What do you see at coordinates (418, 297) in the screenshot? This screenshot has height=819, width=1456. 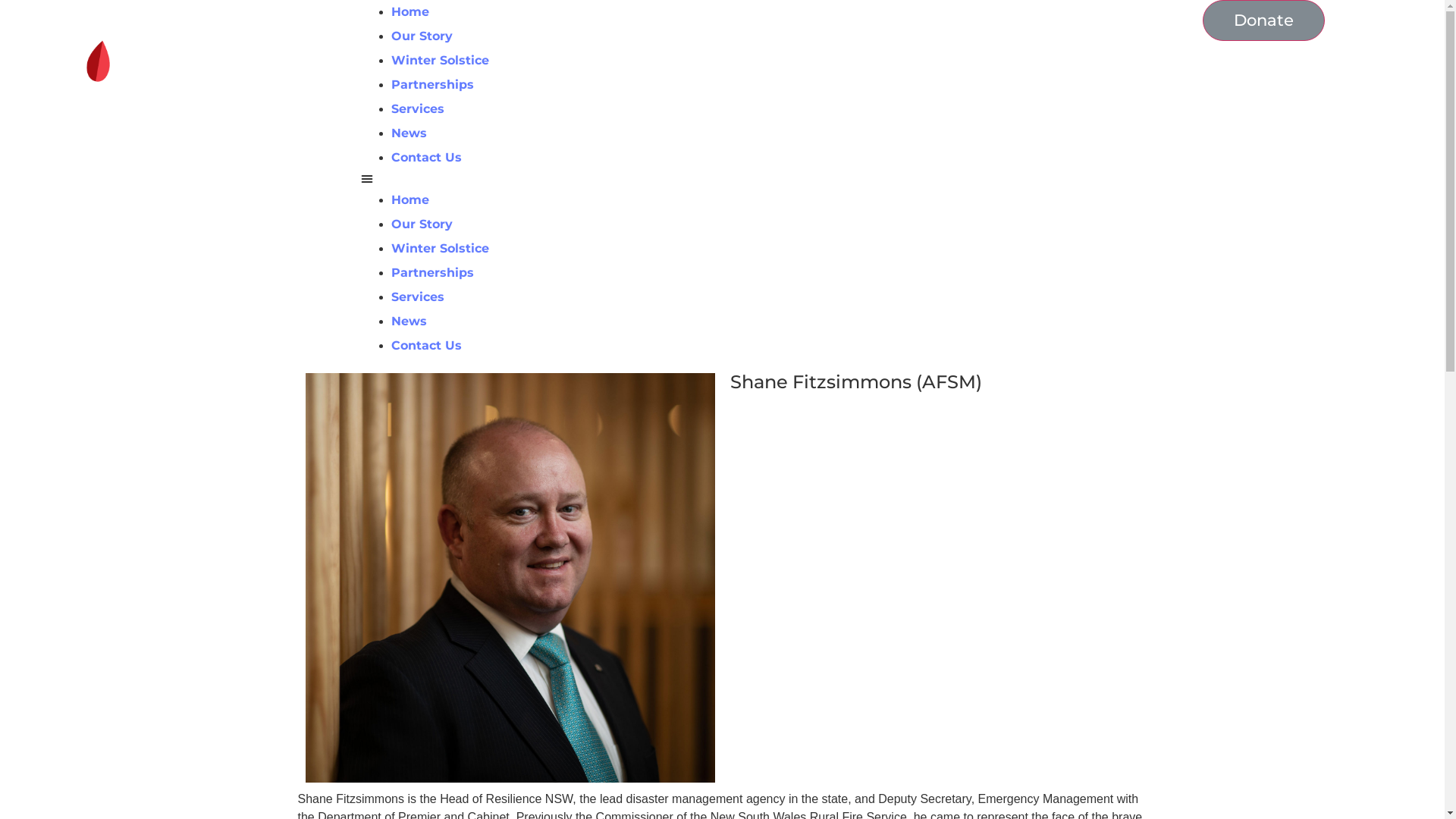 I see `'Services'` at bounding box center [418, 297].